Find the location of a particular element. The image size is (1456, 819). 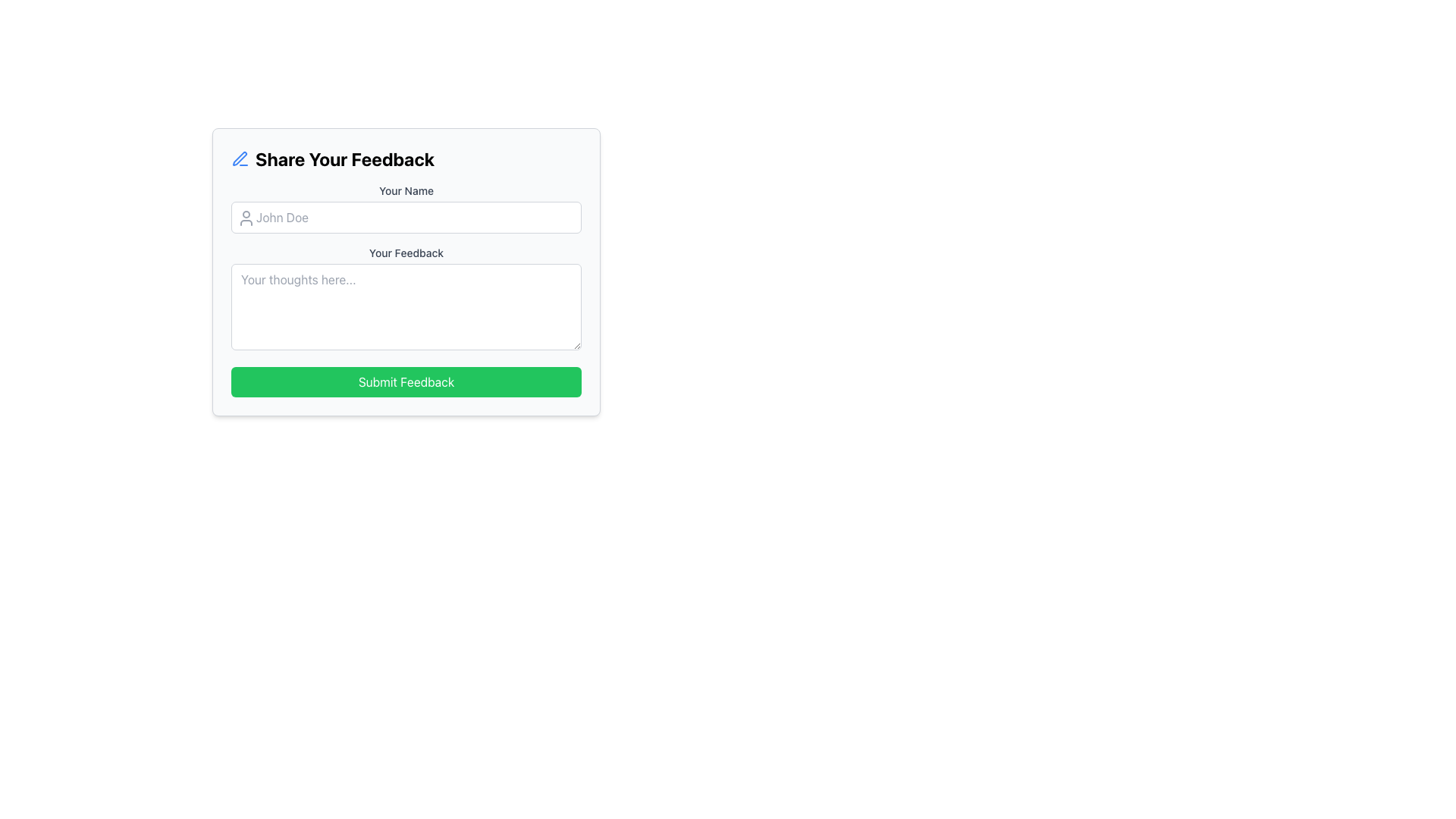

the decorative pen icon located to the left of the 'Share Your Feedback' header text is located at coordinates (239, 158).